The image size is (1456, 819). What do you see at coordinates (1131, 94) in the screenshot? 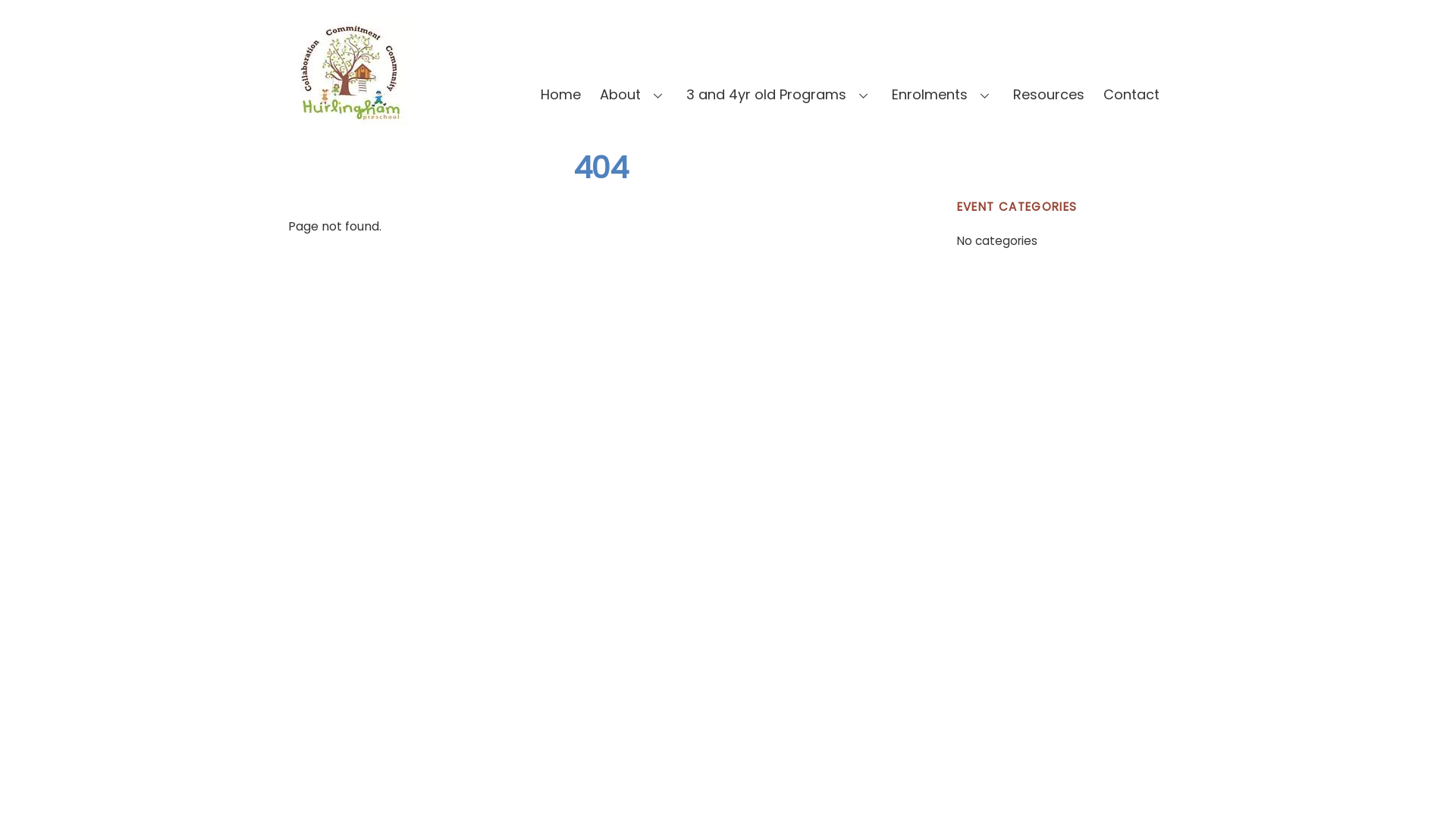
I see `'Contact'` at bounding box center [1131, 94].